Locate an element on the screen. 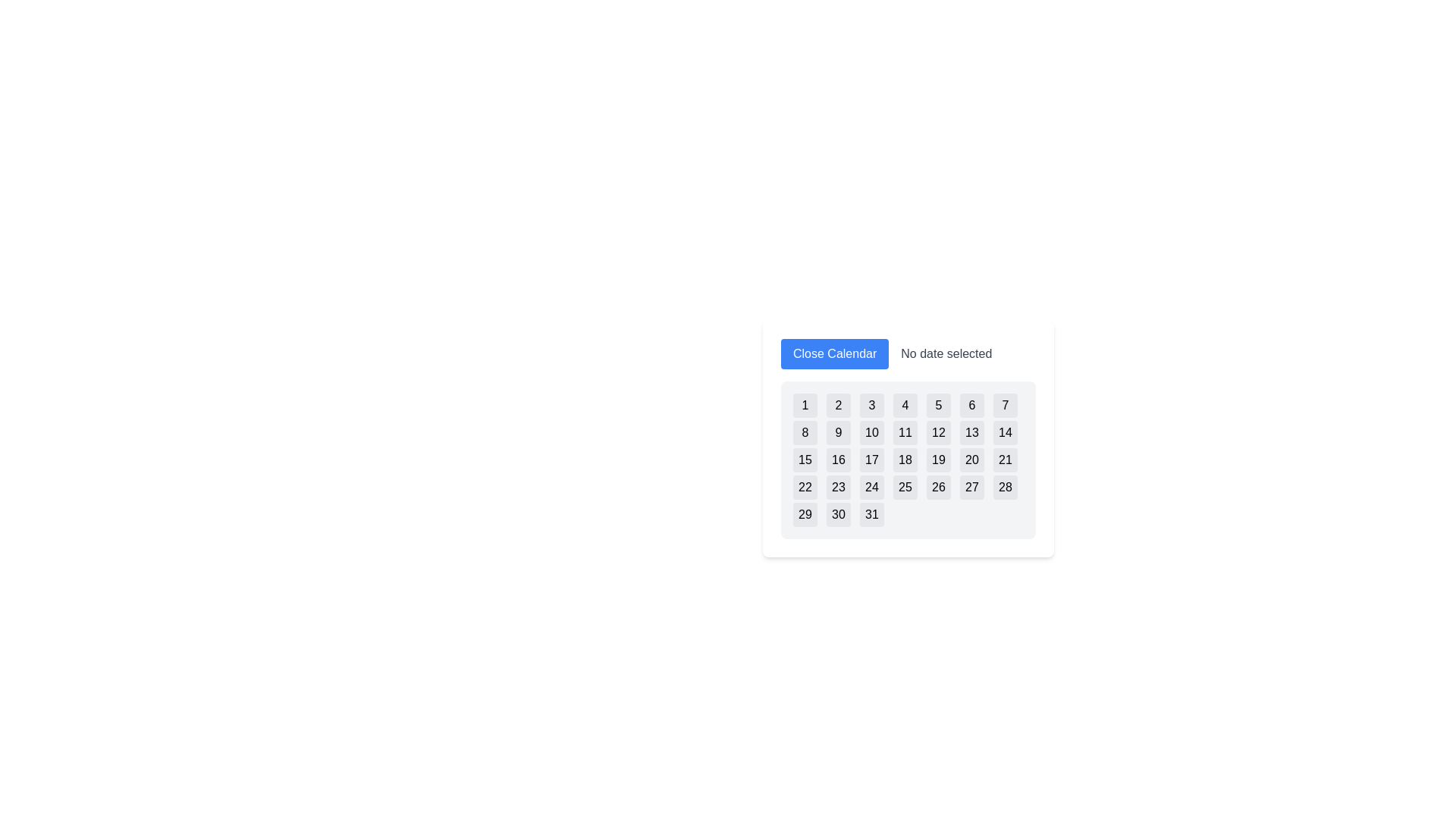 This screenshot has width=1456, height=819. the square-shaped button displaying the number '28' in the center of the calendar grid is located at coordinates (1005, 488).